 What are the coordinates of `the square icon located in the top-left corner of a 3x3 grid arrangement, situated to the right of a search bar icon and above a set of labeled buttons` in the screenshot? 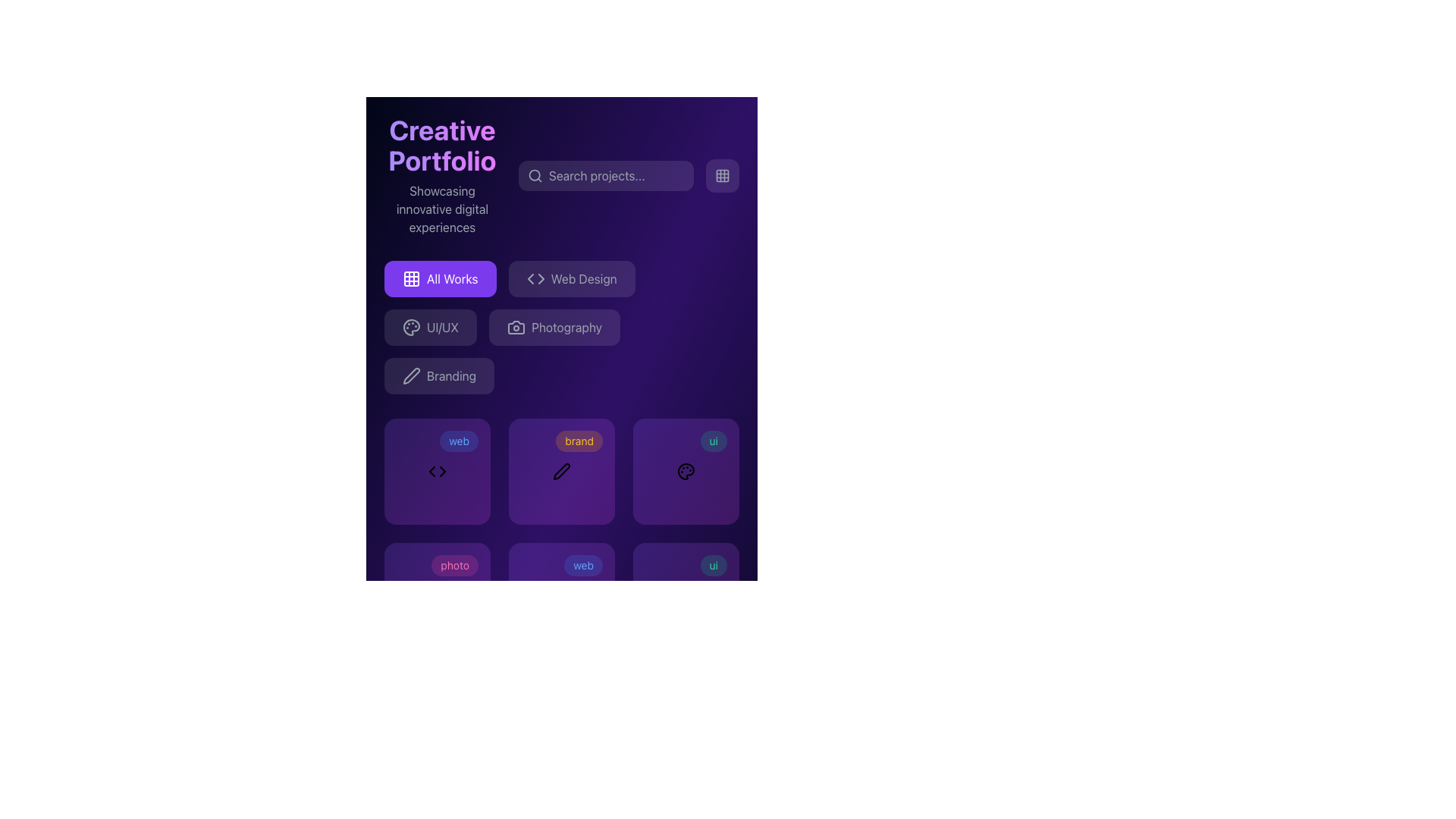 It's located at (411, 278).